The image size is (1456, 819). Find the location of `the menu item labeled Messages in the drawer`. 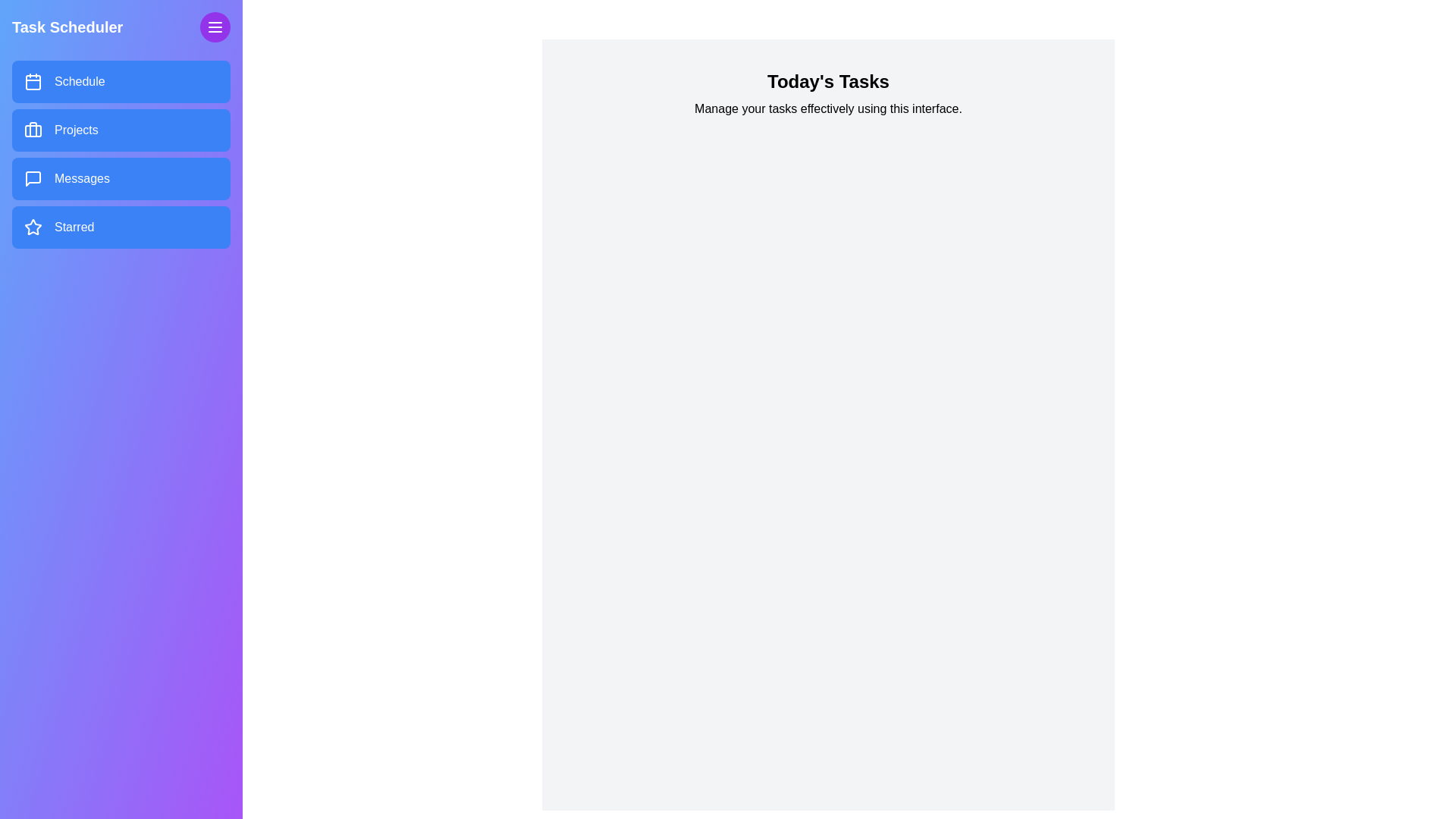

the menu item labeled Messages in the drawer is located at coordinates (120, 177).